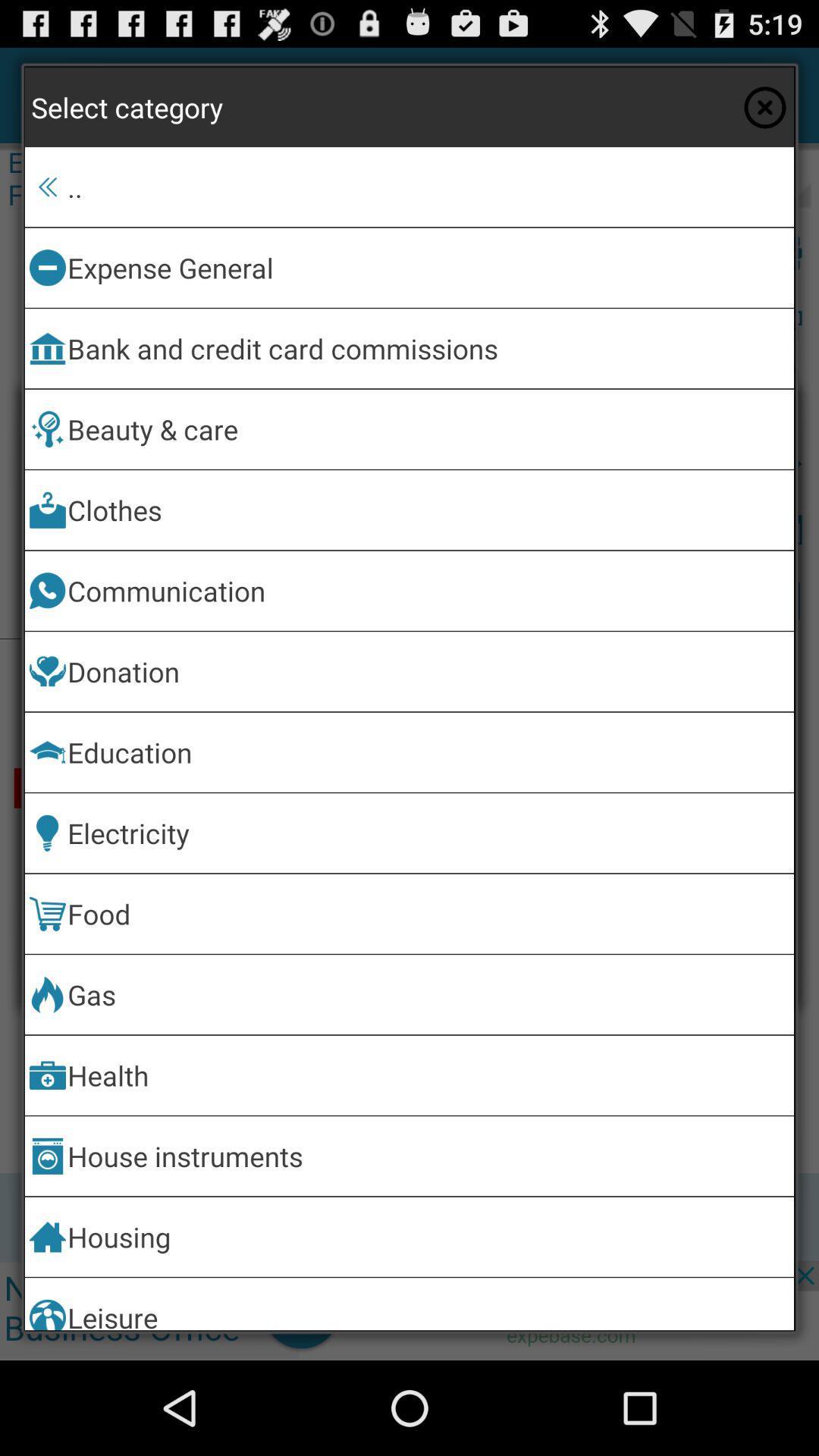  I want to click on leisure, so click(428, 1303).